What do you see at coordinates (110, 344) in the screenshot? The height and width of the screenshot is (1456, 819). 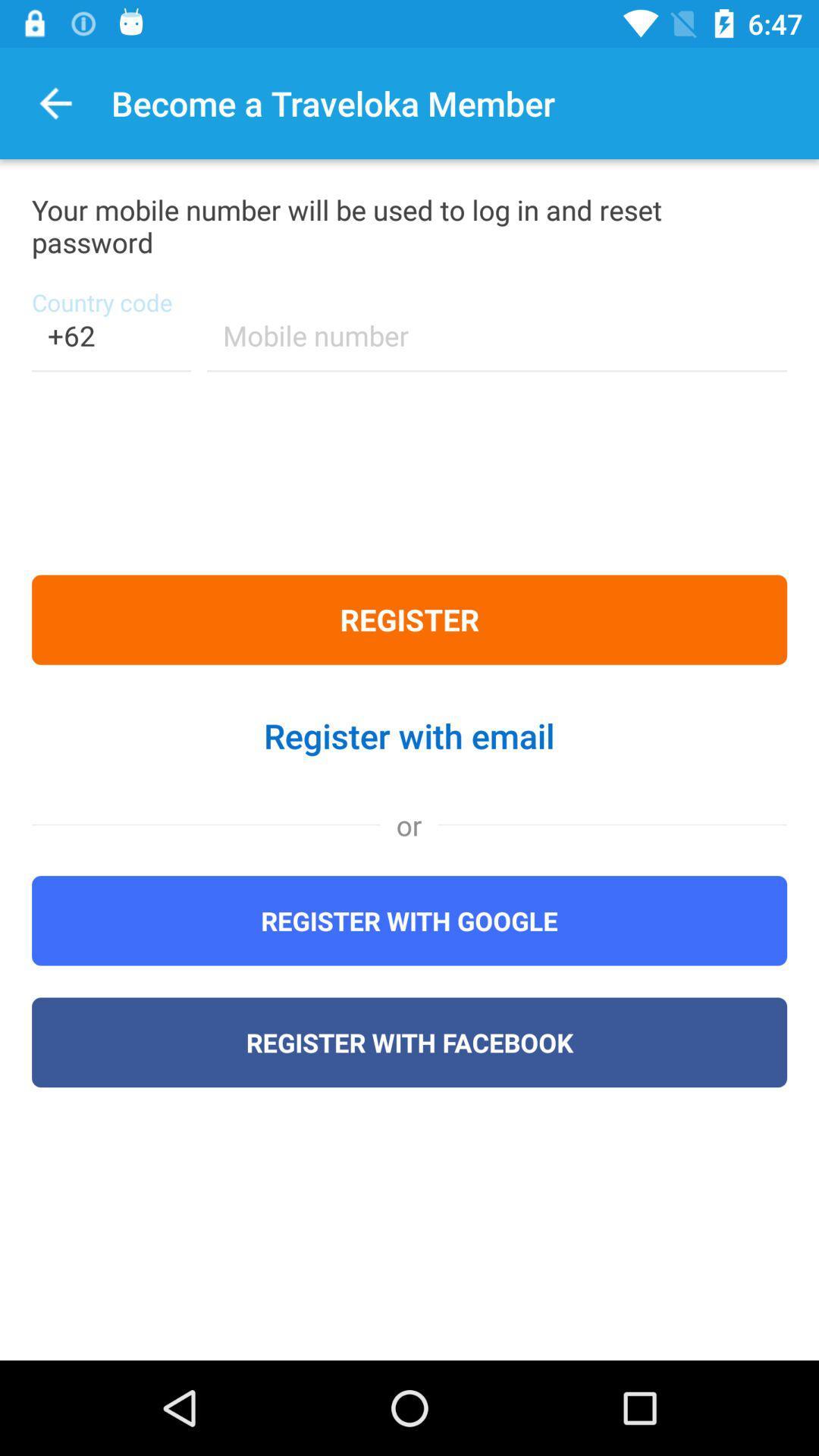 I see `the item below the your mobile number item` at bounding box center [110, 344].